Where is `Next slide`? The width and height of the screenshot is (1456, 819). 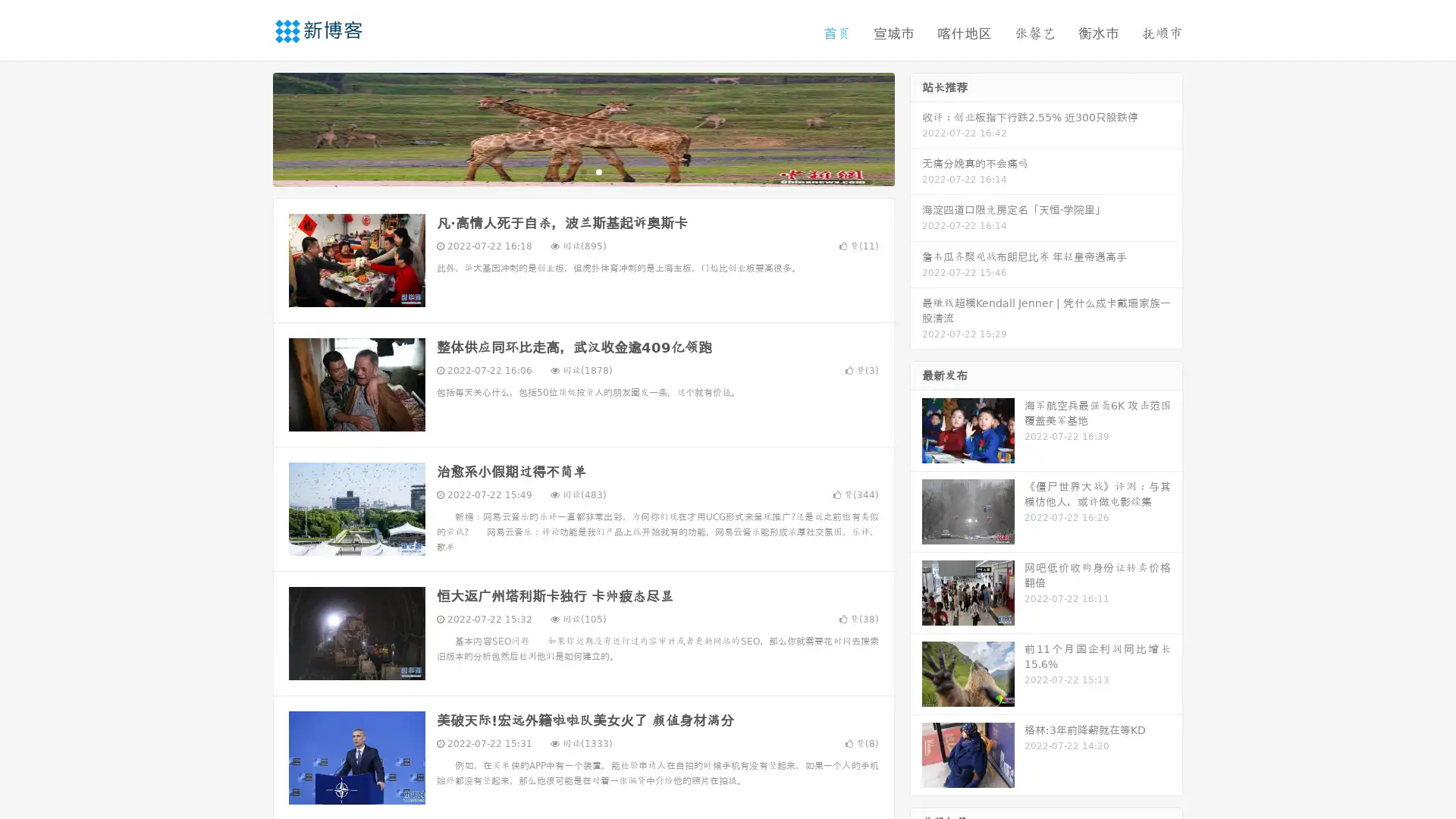 Next slide is located at coordinates (916, 127).